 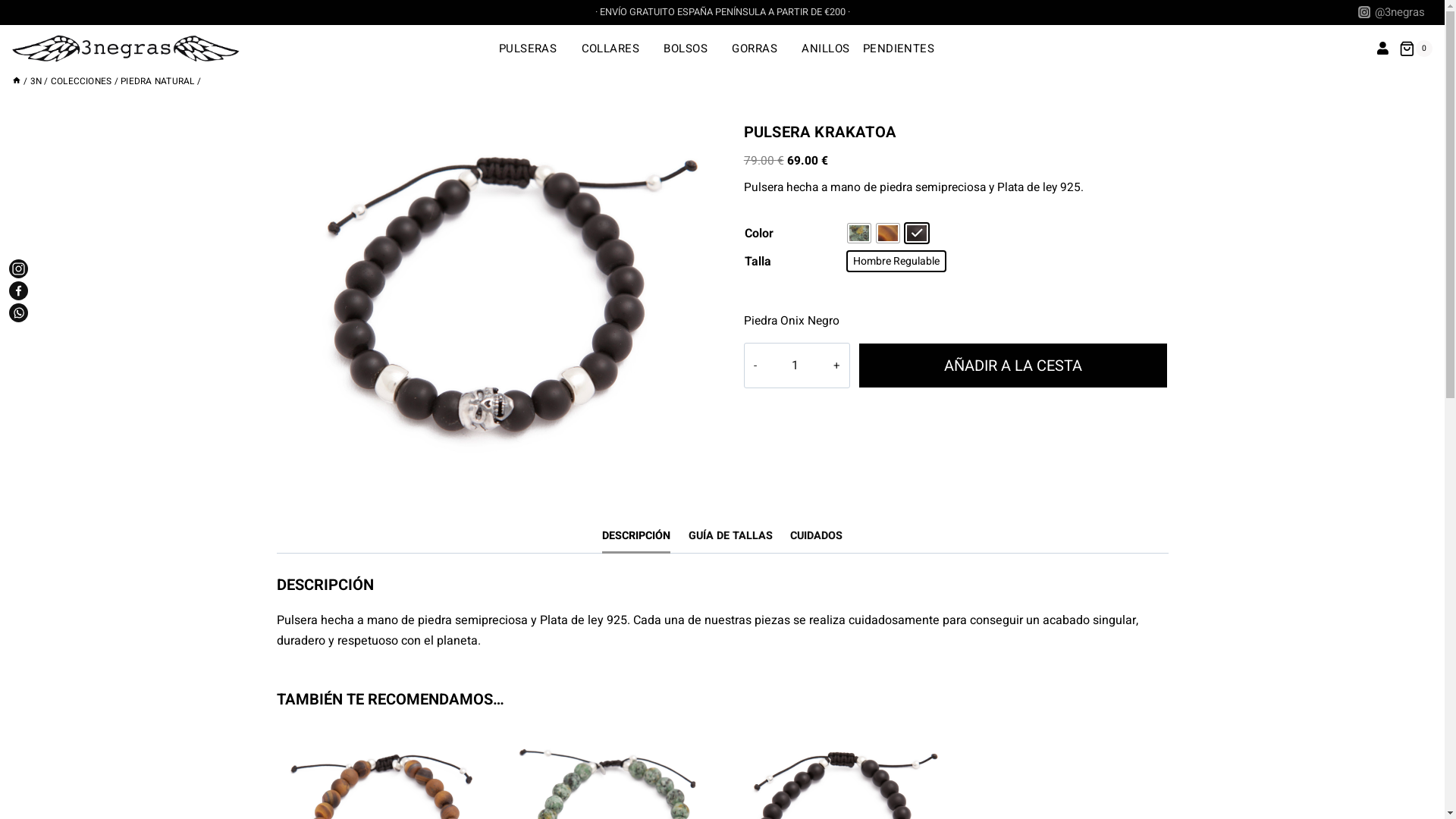 What do you see at coordinates (815, 535) in the screenshot?
I see `'CUIDADOS'` at bounding box center [815, 535].